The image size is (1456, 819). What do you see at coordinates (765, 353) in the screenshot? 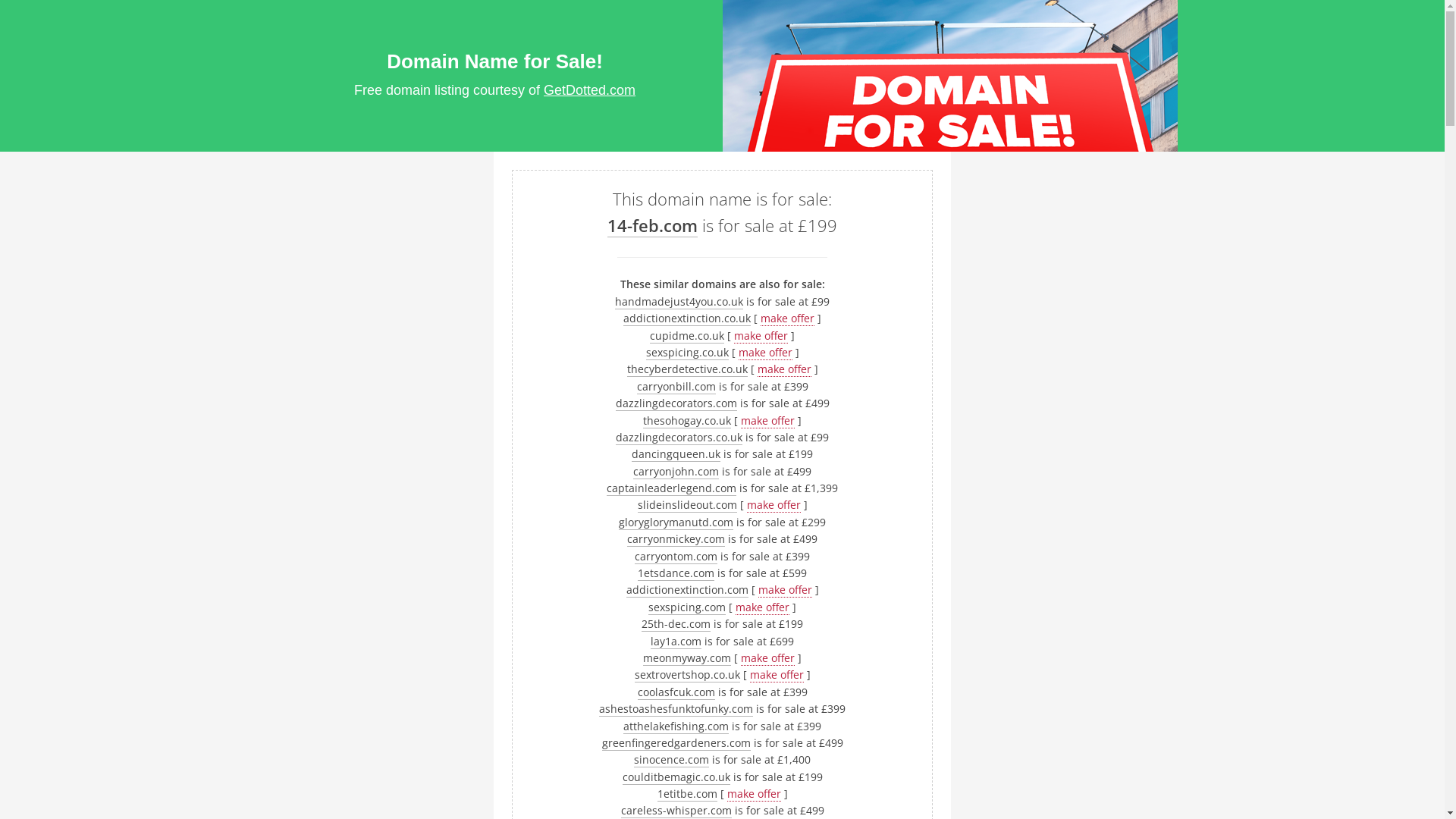
I see `'make offer'` at bounding box center [765, 353].